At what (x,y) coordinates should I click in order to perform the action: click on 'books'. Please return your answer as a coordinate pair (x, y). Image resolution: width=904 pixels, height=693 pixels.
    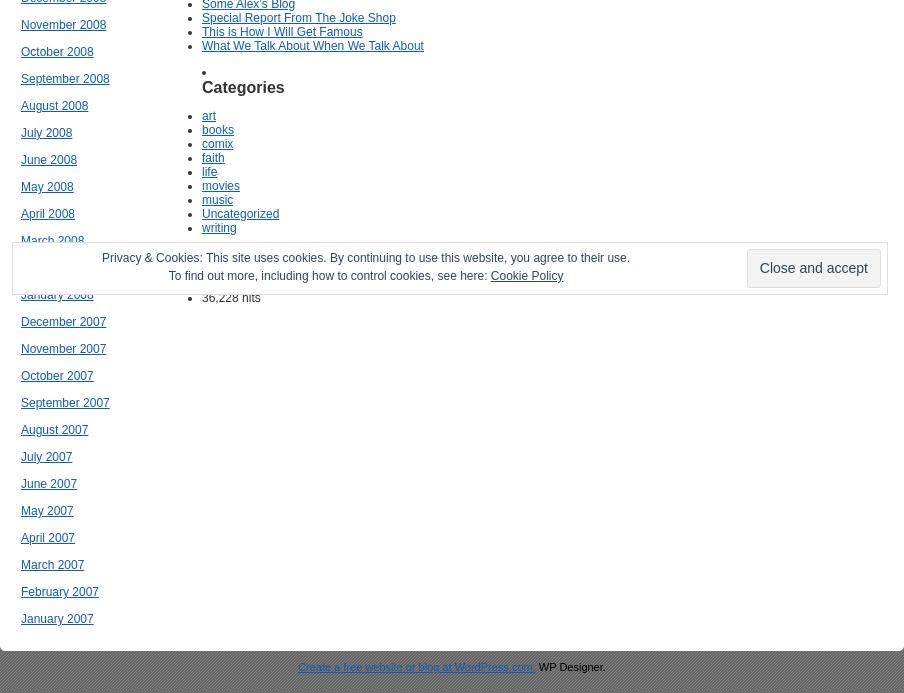
    Looking at the image, I should click on (202, 130).